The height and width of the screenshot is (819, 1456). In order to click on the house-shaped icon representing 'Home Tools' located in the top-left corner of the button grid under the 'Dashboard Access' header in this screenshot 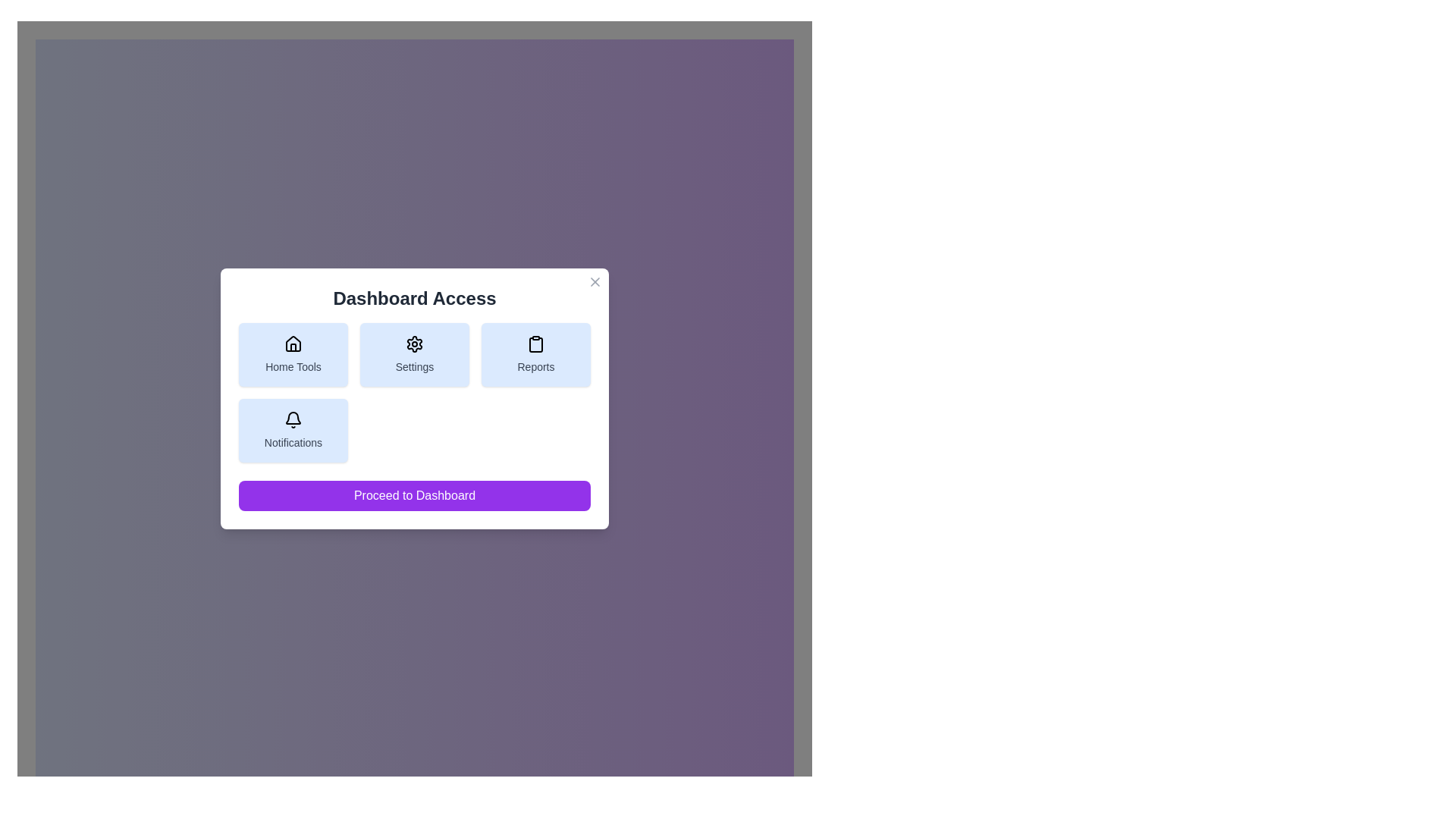, I will do `click(293, 343)`.